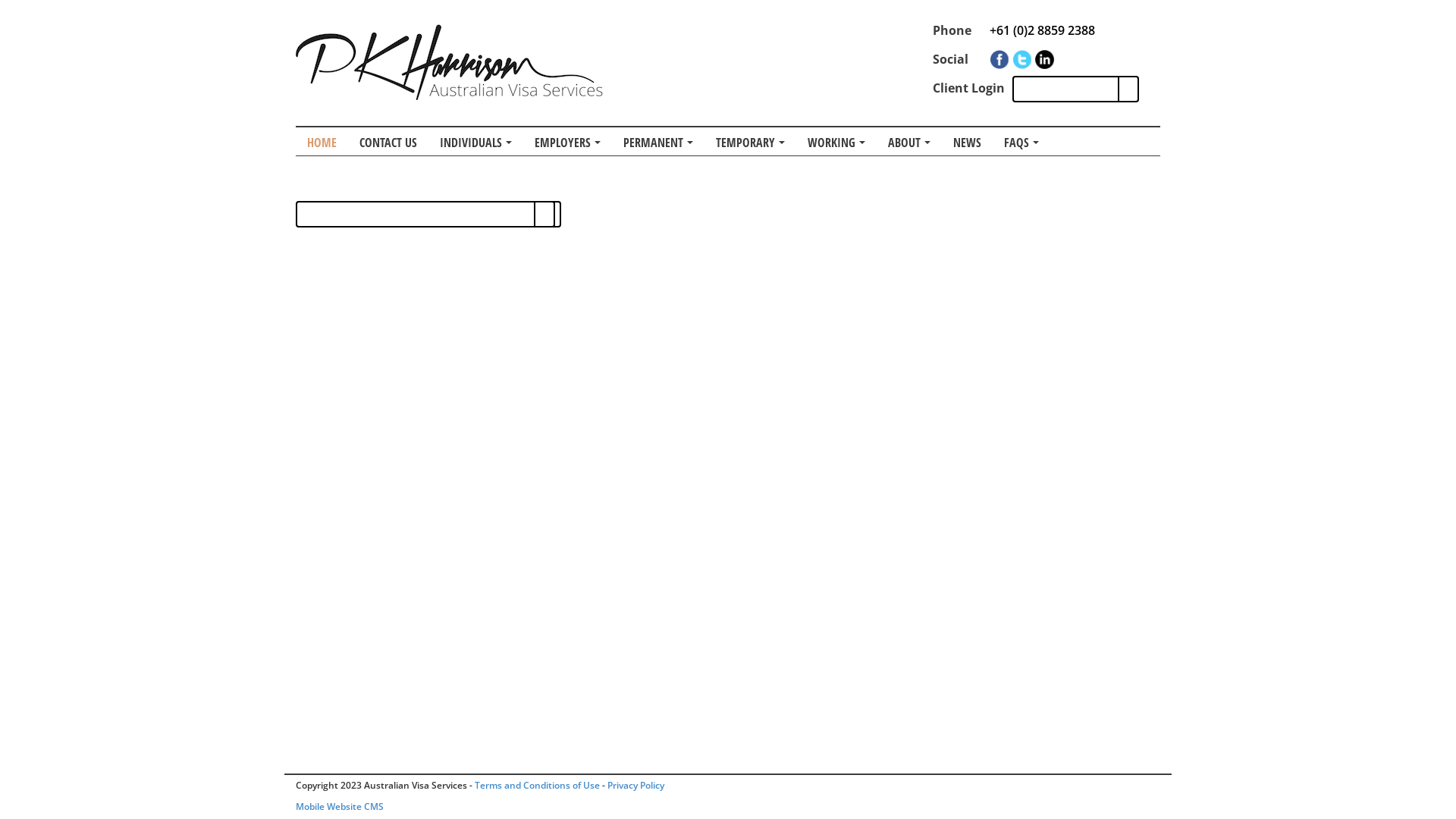 The height and width of the screenshot is (819, 1456). What do you see at coordinates (473, 785) in the screenshot?
I see `'Terms and Conditions of Use'` at bounding box center [473, 785].